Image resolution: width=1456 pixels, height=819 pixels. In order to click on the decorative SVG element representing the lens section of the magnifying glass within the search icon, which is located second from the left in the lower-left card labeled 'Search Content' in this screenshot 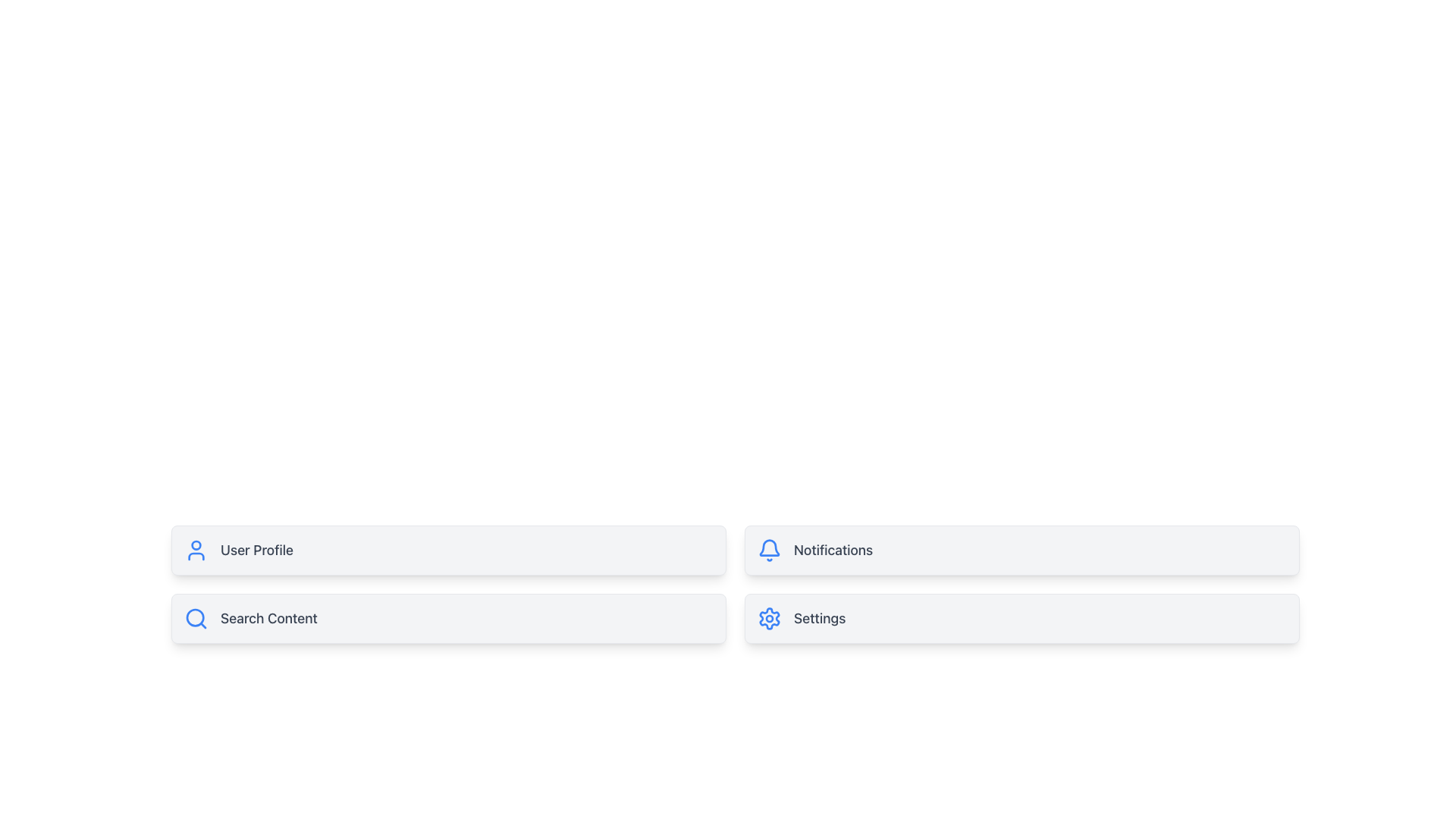, I will do `click(194, 617)`.